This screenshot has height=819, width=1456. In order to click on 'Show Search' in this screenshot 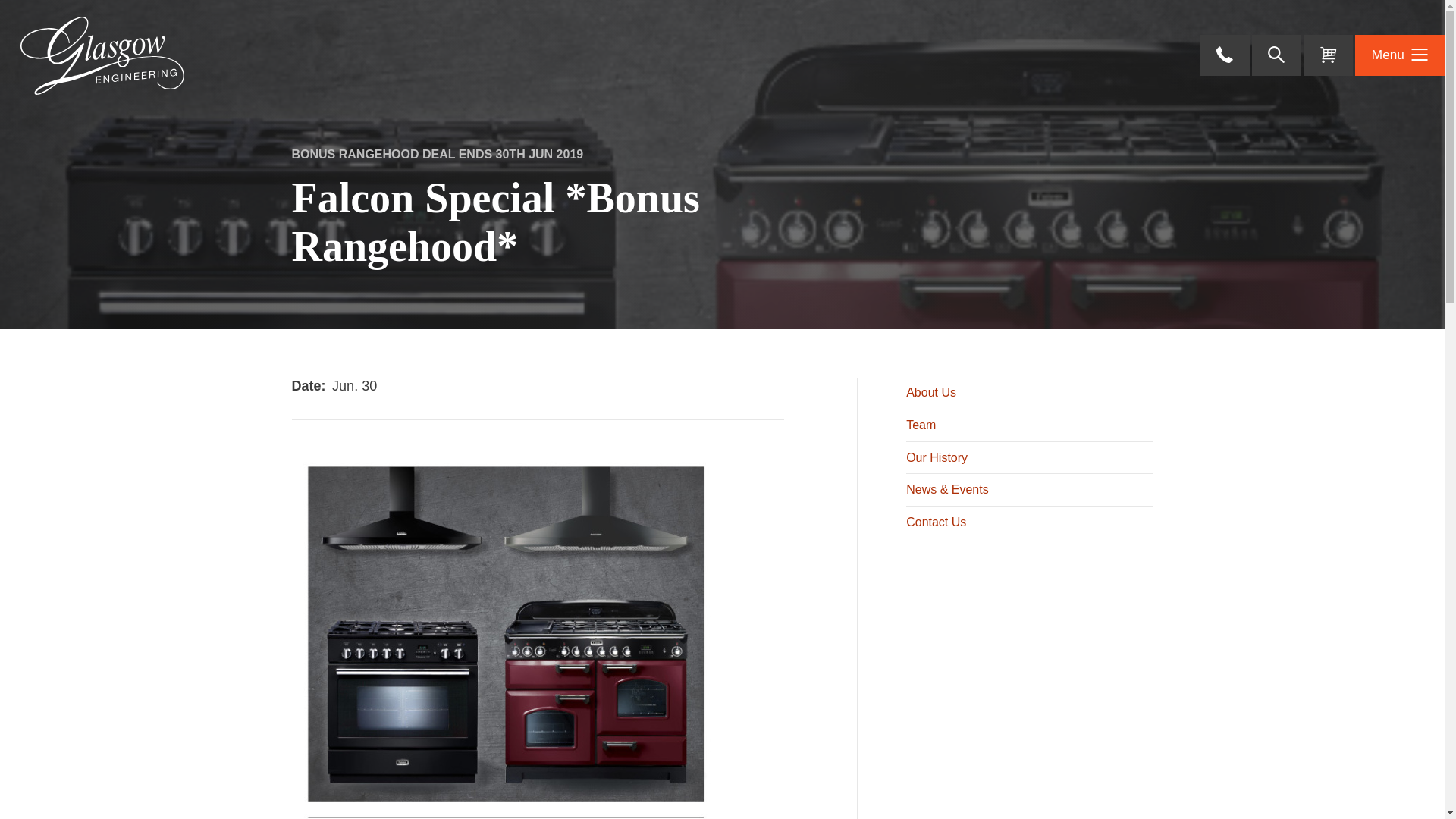, I will do `click(1276, 55)`.